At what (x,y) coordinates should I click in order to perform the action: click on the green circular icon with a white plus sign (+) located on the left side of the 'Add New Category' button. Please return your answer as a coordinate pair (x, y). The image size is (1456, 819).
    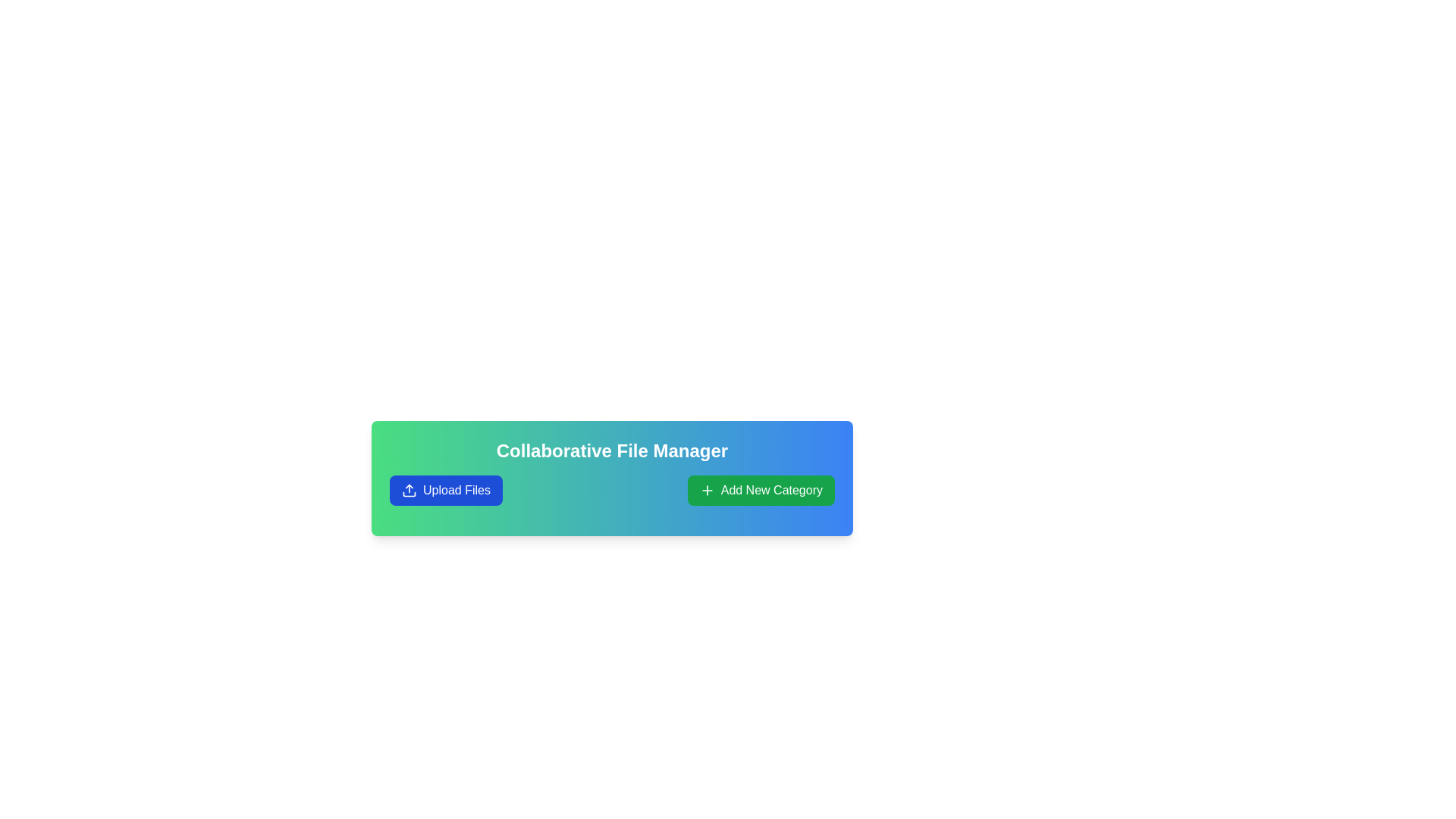
    Looking at the image, I should click on (706, 491).